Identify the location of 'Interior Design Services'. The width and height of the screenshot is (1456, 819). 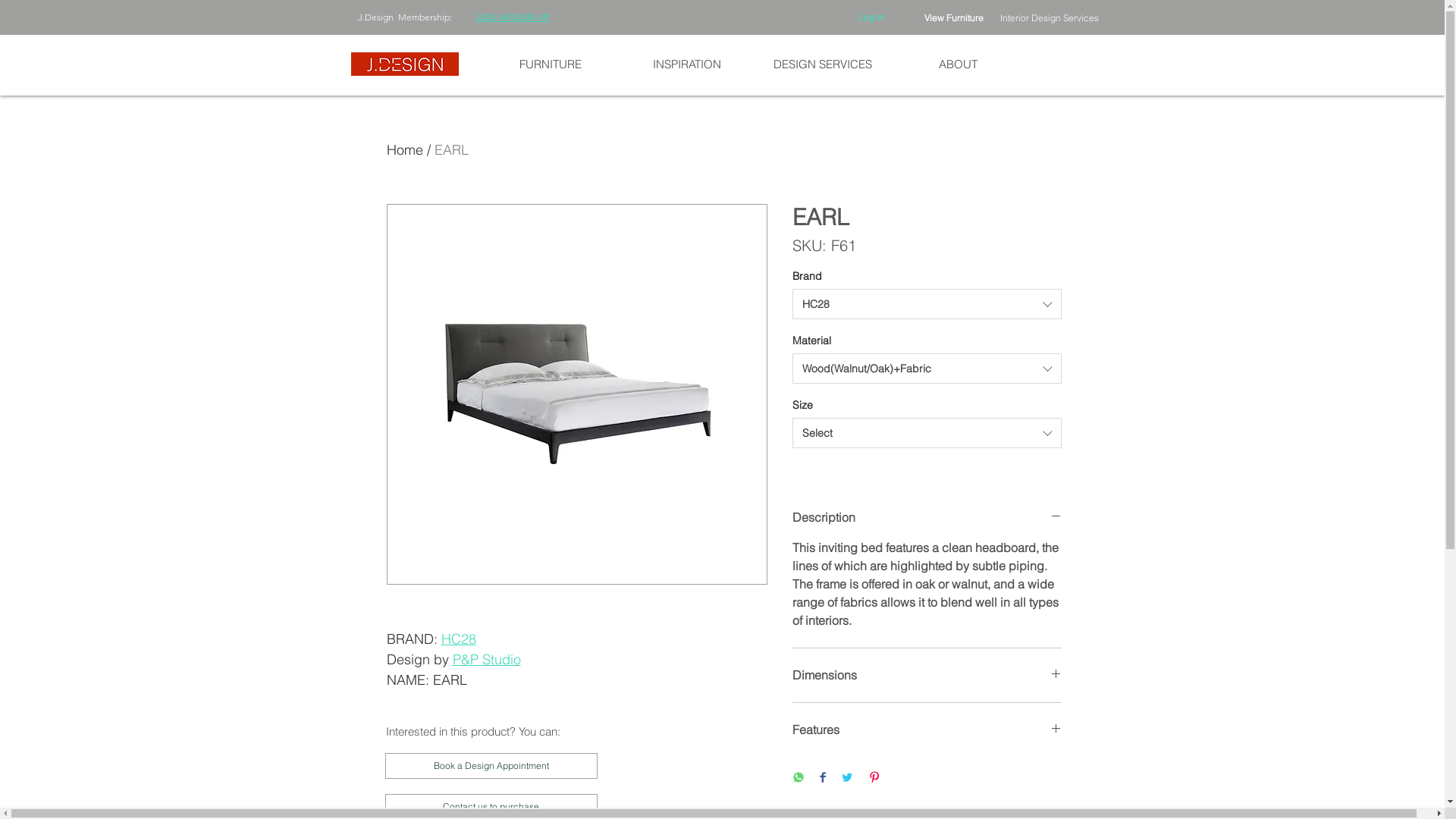
(1047, 17).